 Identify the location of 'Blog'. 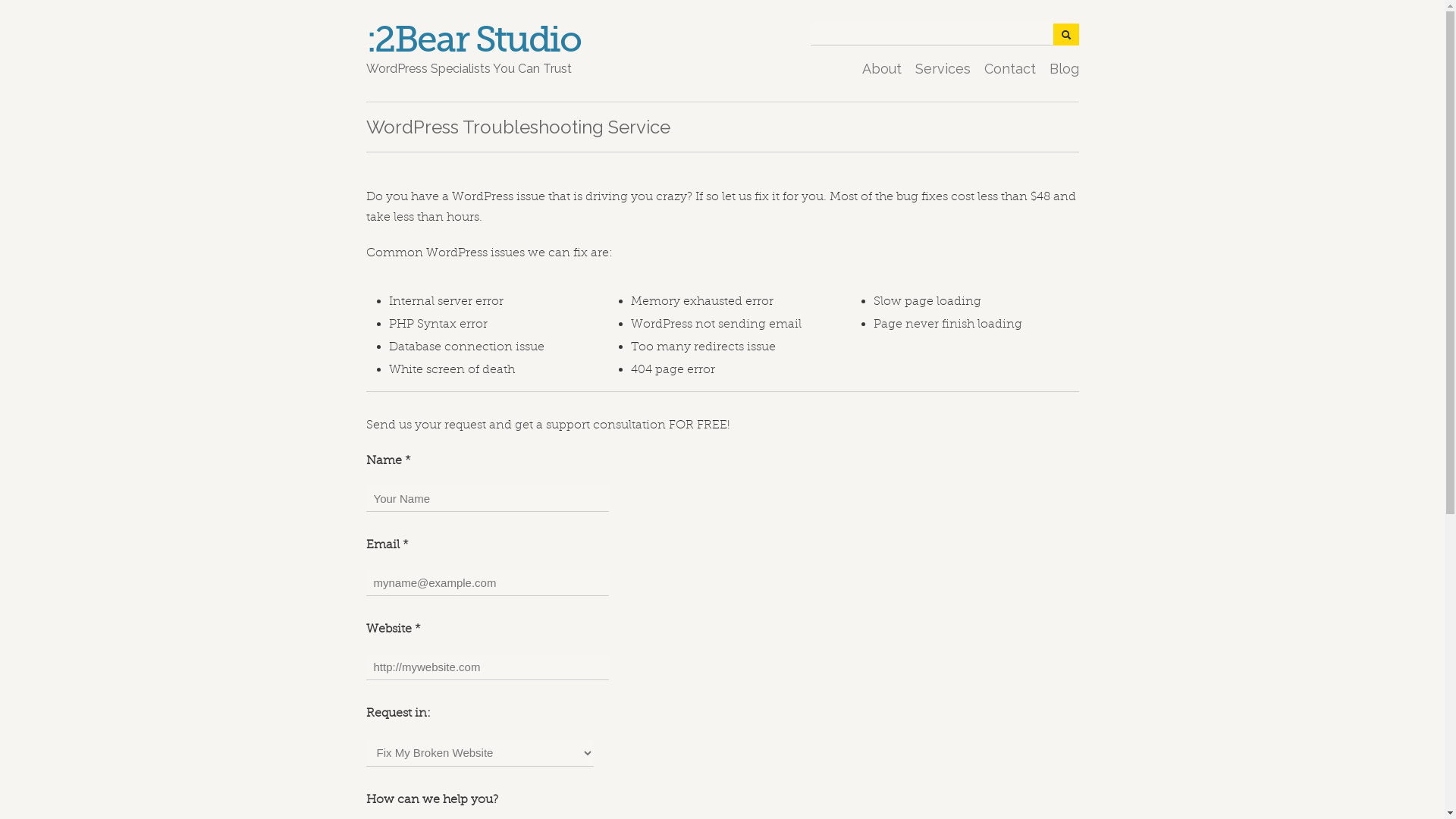
(1048, 68).